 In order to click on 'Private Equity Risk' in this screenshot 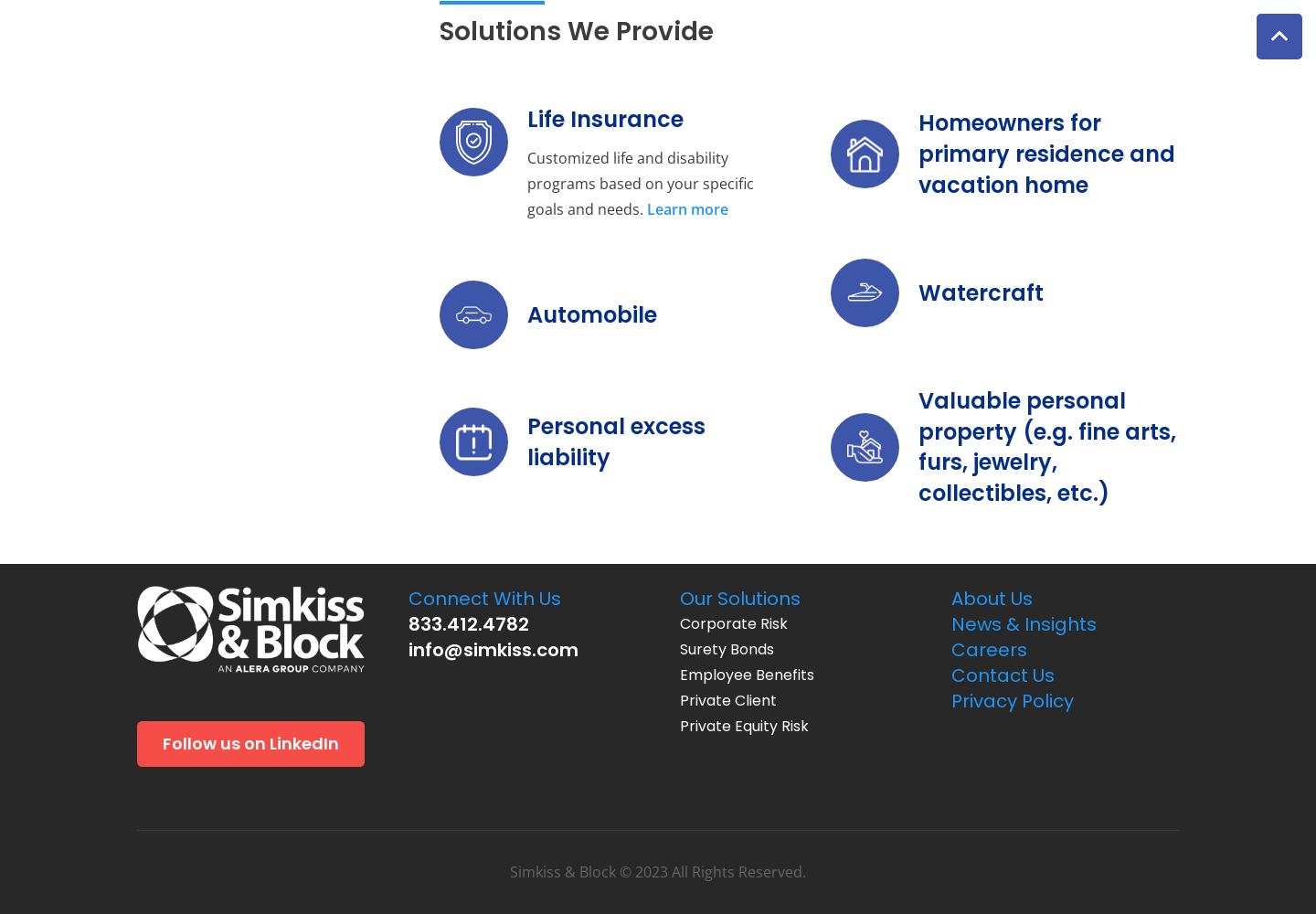, I will do `click(679, 726)`.